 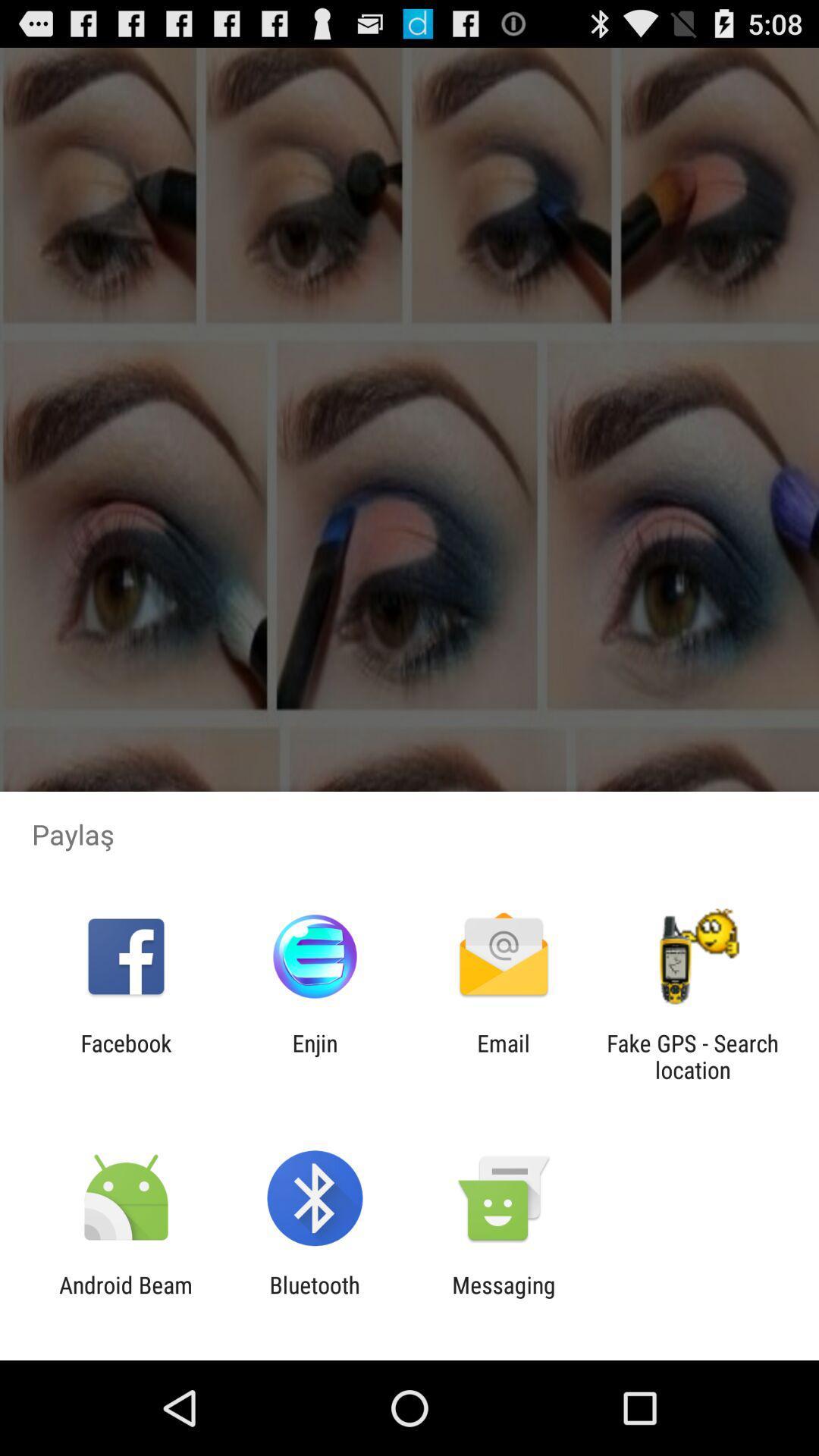 I want to click on the bluetooth app, so click(x=314, y=1298).